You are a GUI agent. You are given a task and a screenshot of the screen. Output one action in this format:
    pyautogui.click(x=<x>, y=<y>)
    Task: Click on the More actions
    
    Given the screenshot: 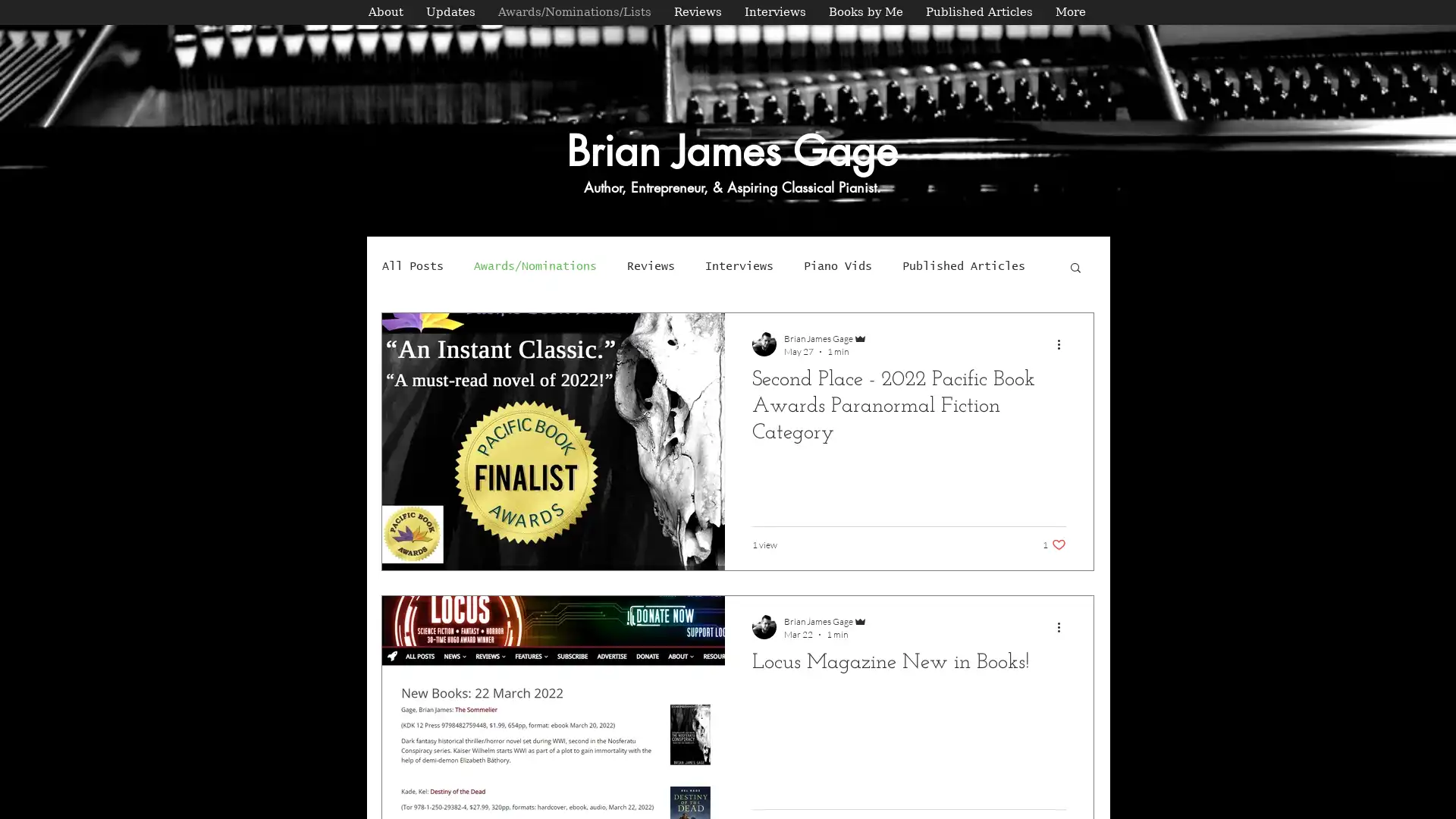 What is the action you would take?
    pyautogui.click(x=1062, y=344)
    